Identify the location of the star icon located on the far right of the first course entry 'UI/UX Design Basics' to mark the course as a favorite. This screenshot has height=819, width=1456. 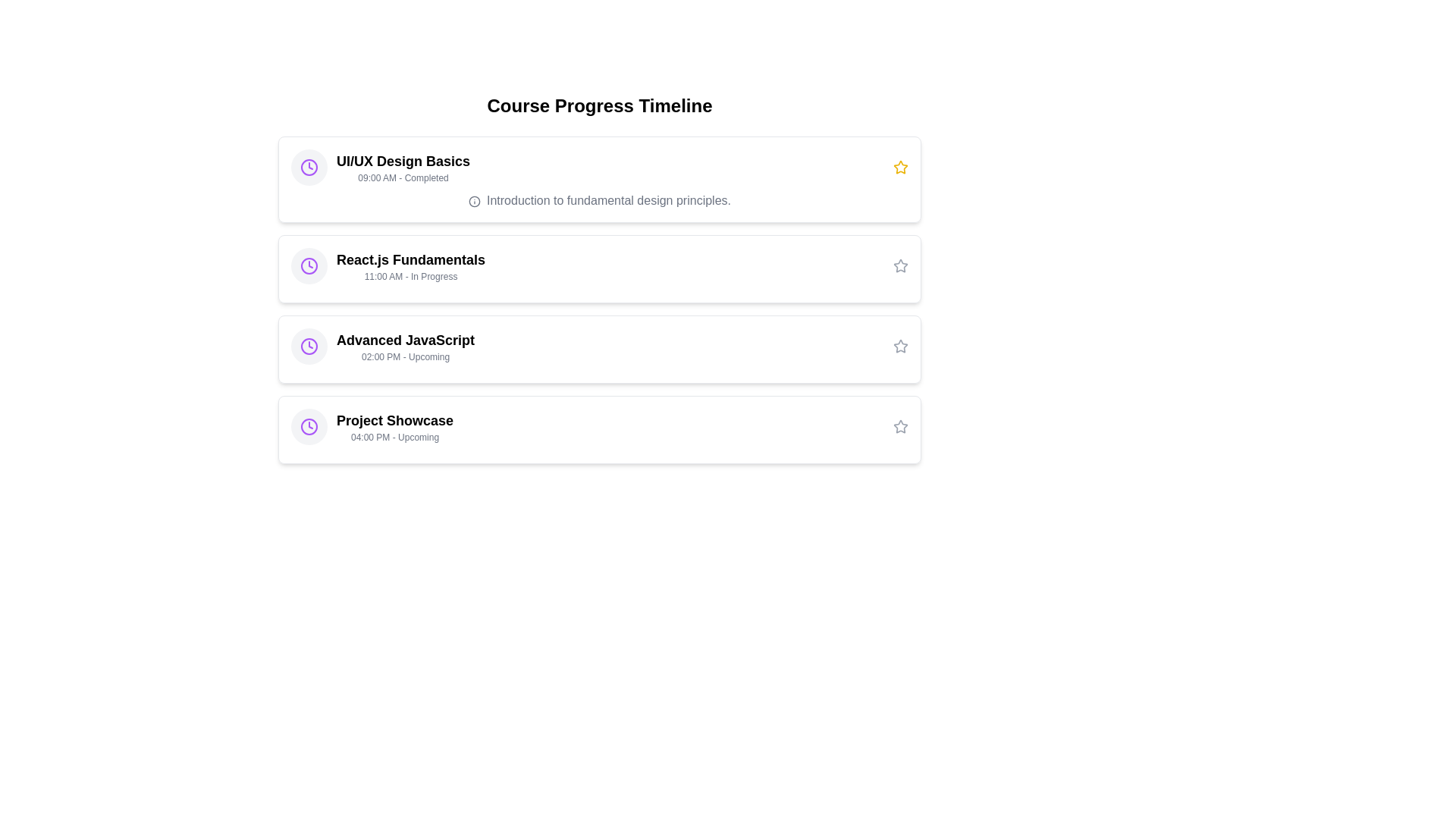
(899, 166).